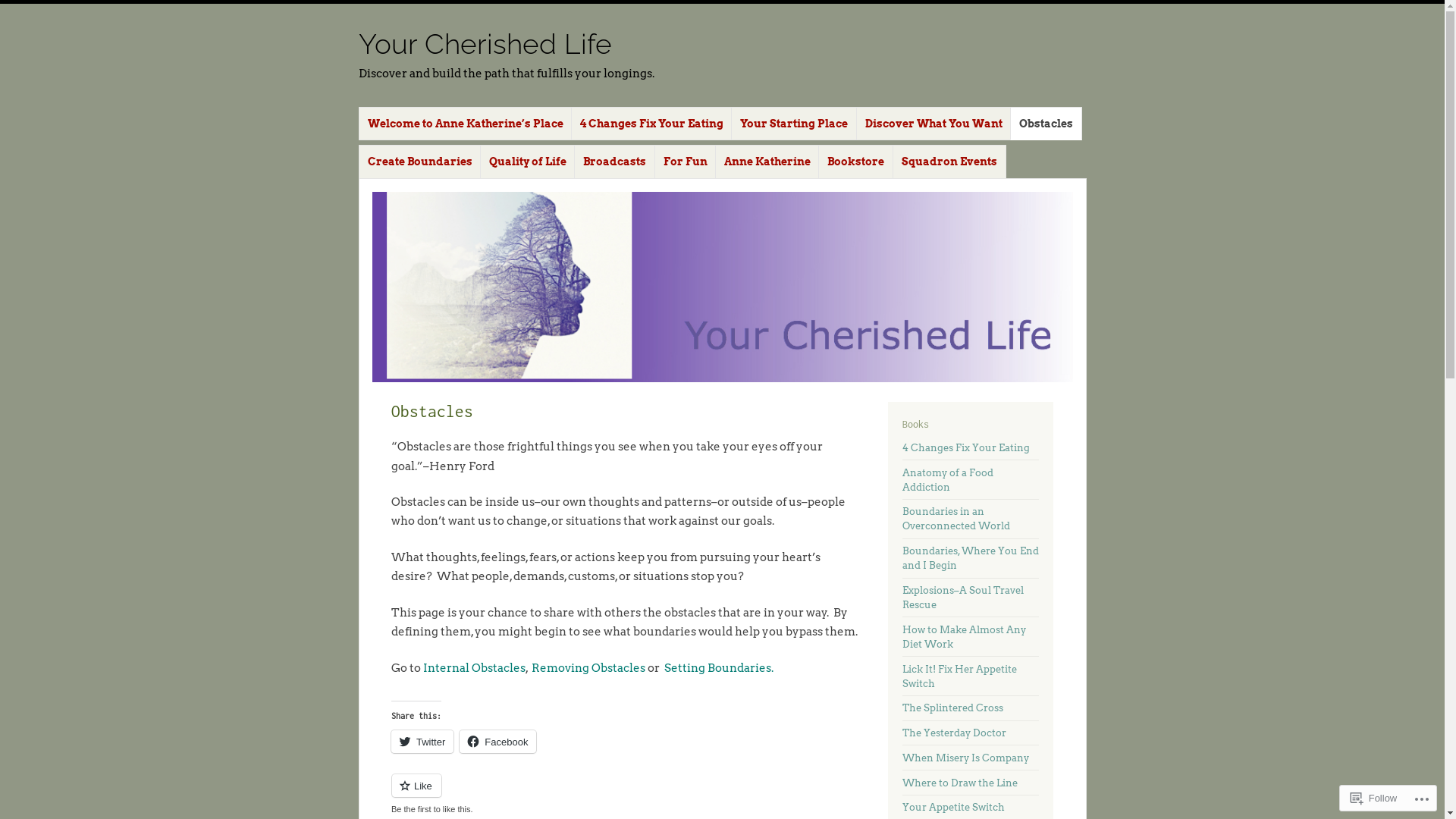 This screenshot has height=819, width=1456. What do you see at coordinates (473, 667) in the screenshot?
I see `'Internal Obstacles'` at bounding box center [473, 667].